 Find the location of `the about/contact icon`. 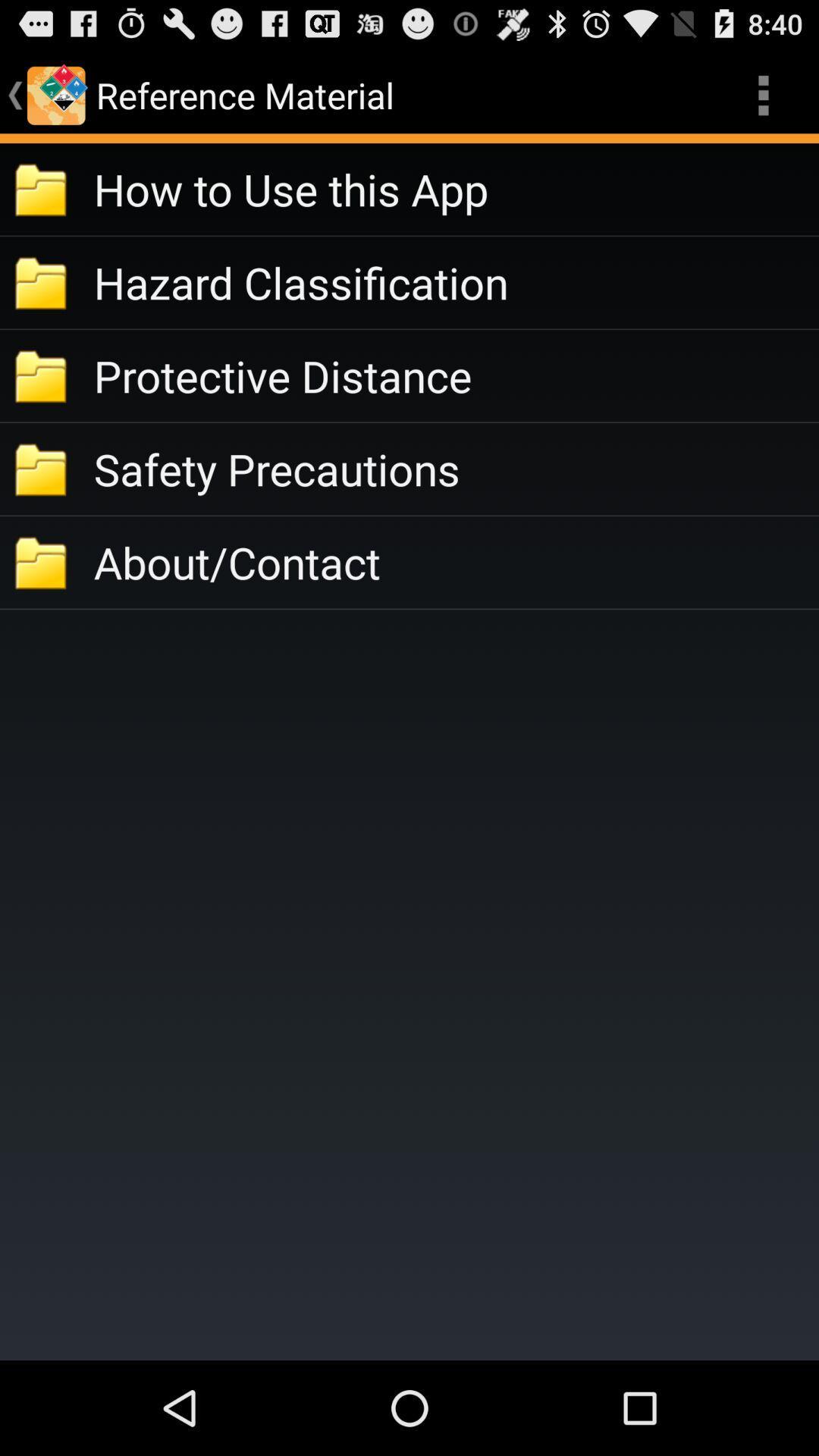

the about/contact icon is located at coordinates (455, 561).